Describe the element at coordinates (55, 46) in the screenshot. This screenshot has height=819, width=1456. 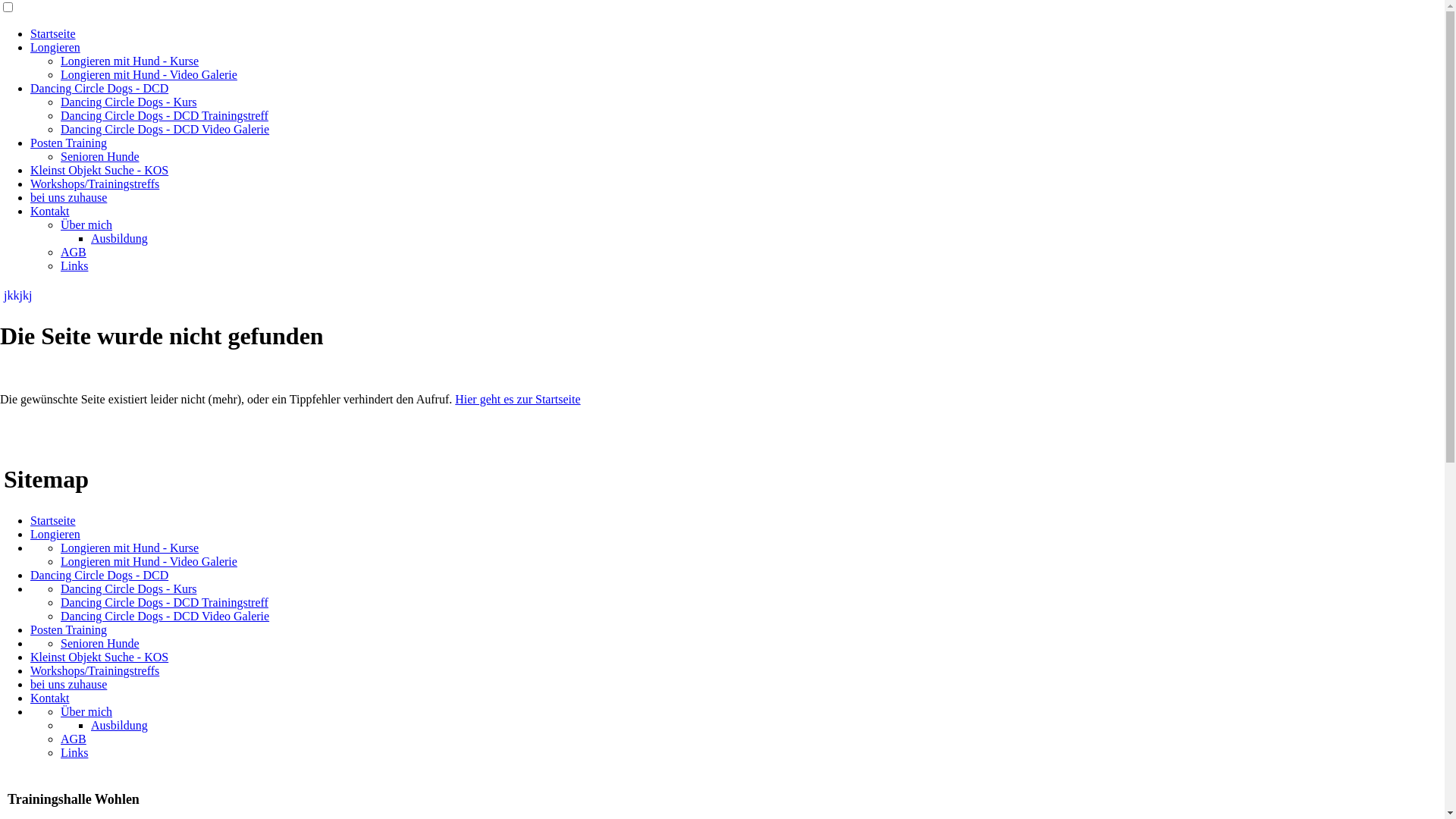
I see `'Longieren'` at that location.